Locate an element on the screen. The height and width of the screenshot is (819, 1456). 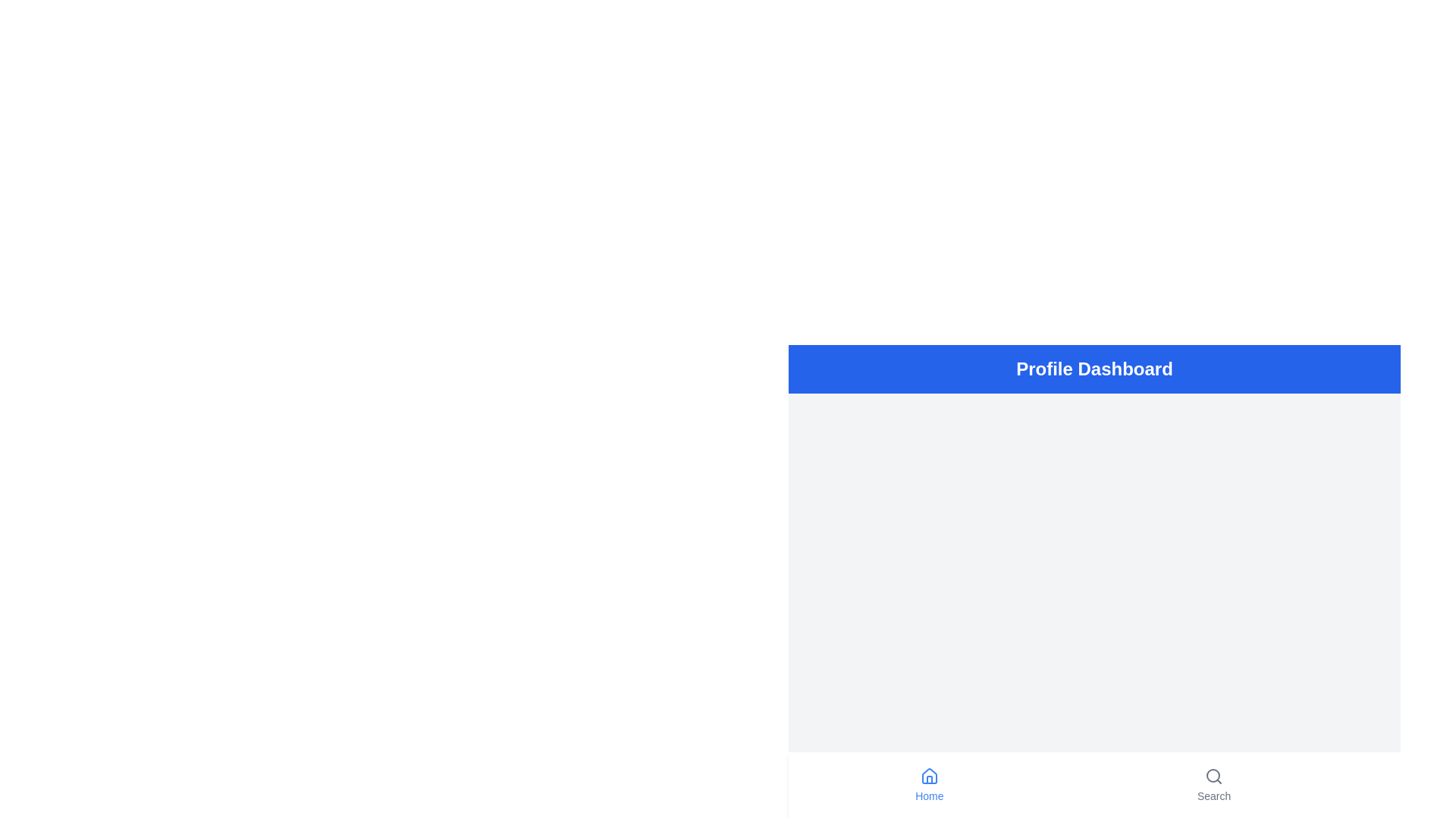
the 'Home' text label which is styled in blue and positioned below the Home icon in the bottom navigation bar is located at coordinates (928, 795).